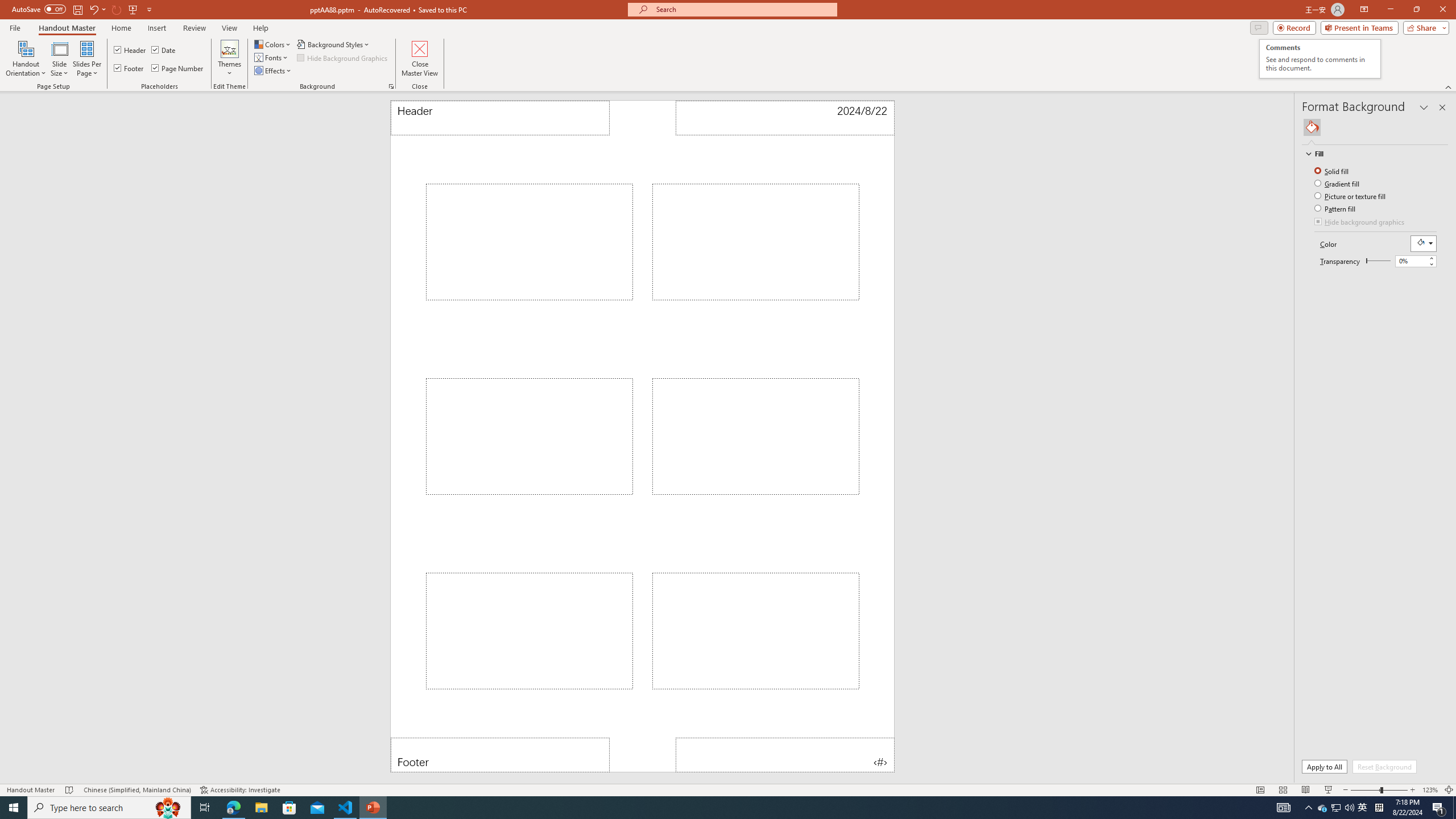  I want to click on 'Handout Orientation', so click(26, 59).